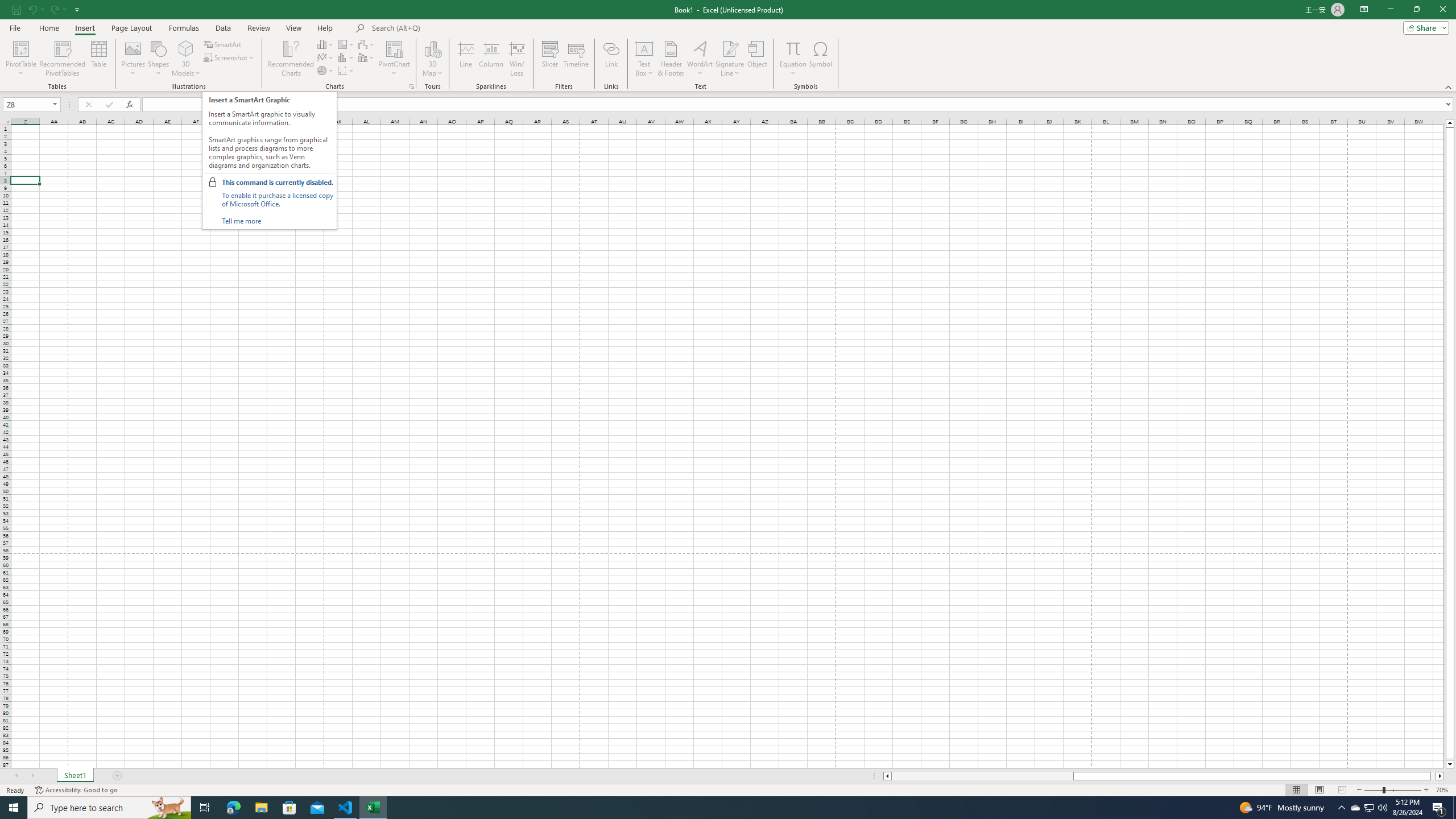  I want to click on 'Undo', so click(32, 9).